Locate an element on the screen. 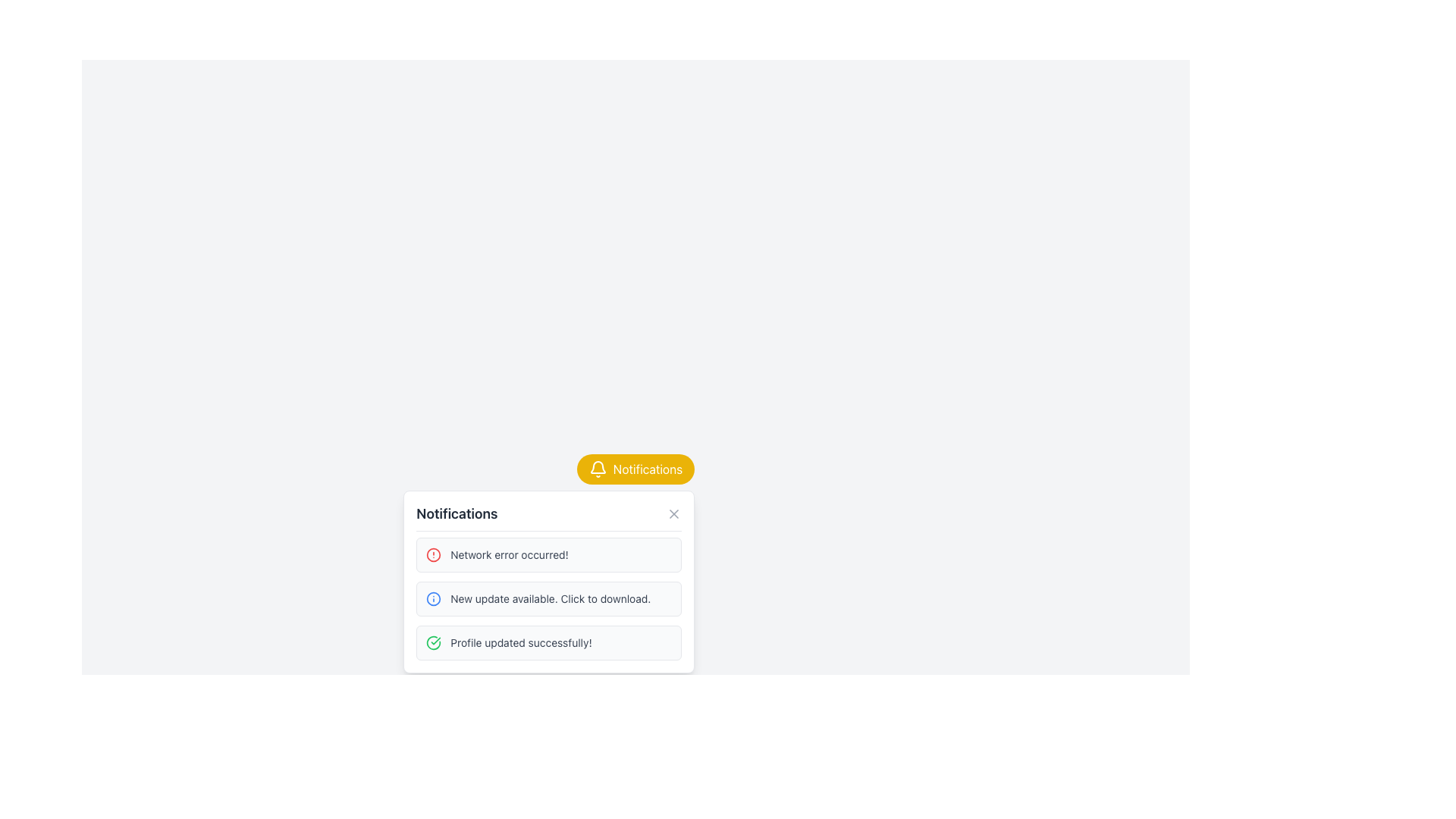 This screenshot has height=819, width=1456. the innermost circular component of the blue information icon located in the top right area of the notification section is located at coordinates (433, 598).